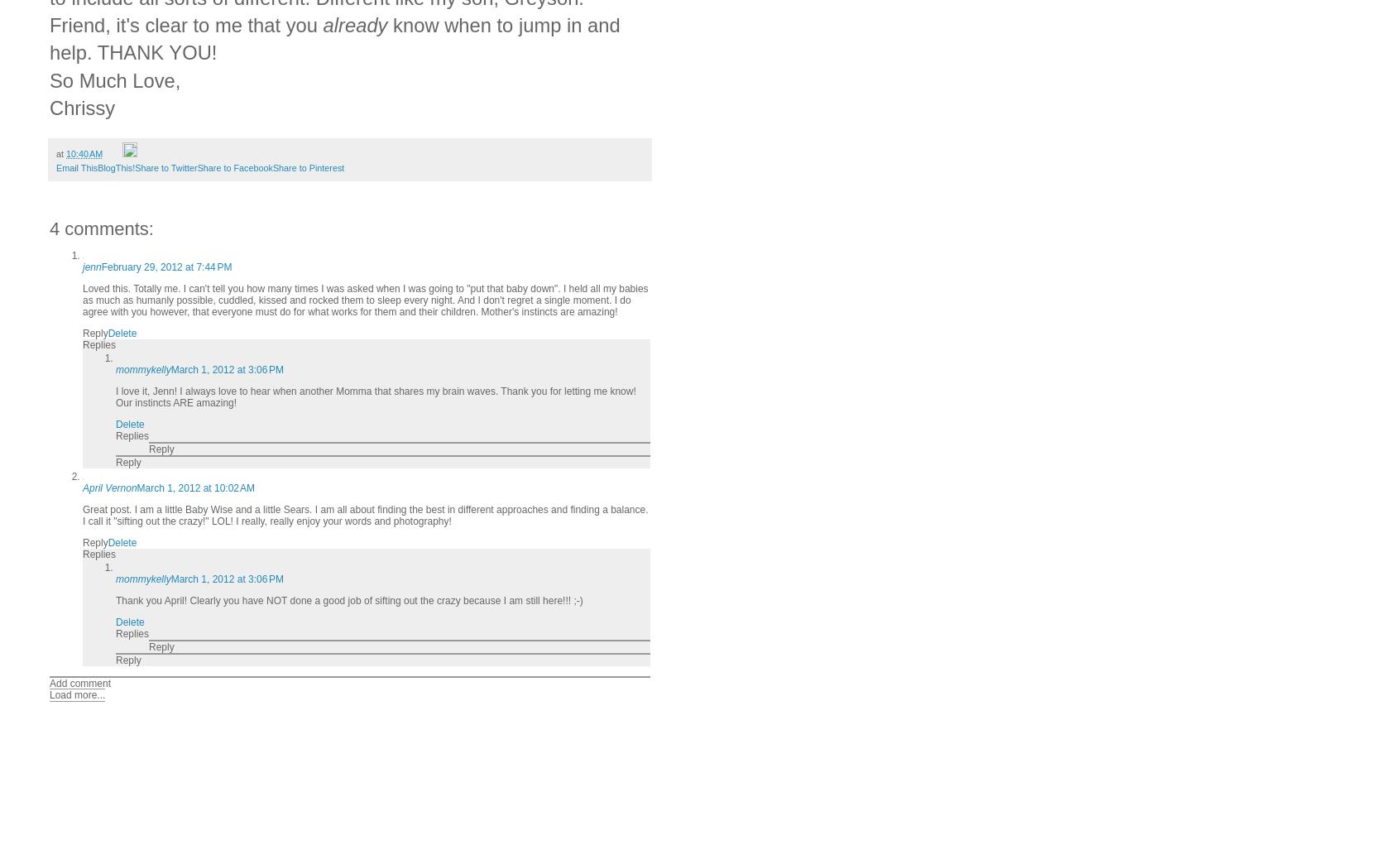  I want to click on 'I love it,  Jenn! I always love to hear when another Momma that shares my brain waves. Thank you for letting me know! Our instincts ARE amazing!', so click(115, 397).